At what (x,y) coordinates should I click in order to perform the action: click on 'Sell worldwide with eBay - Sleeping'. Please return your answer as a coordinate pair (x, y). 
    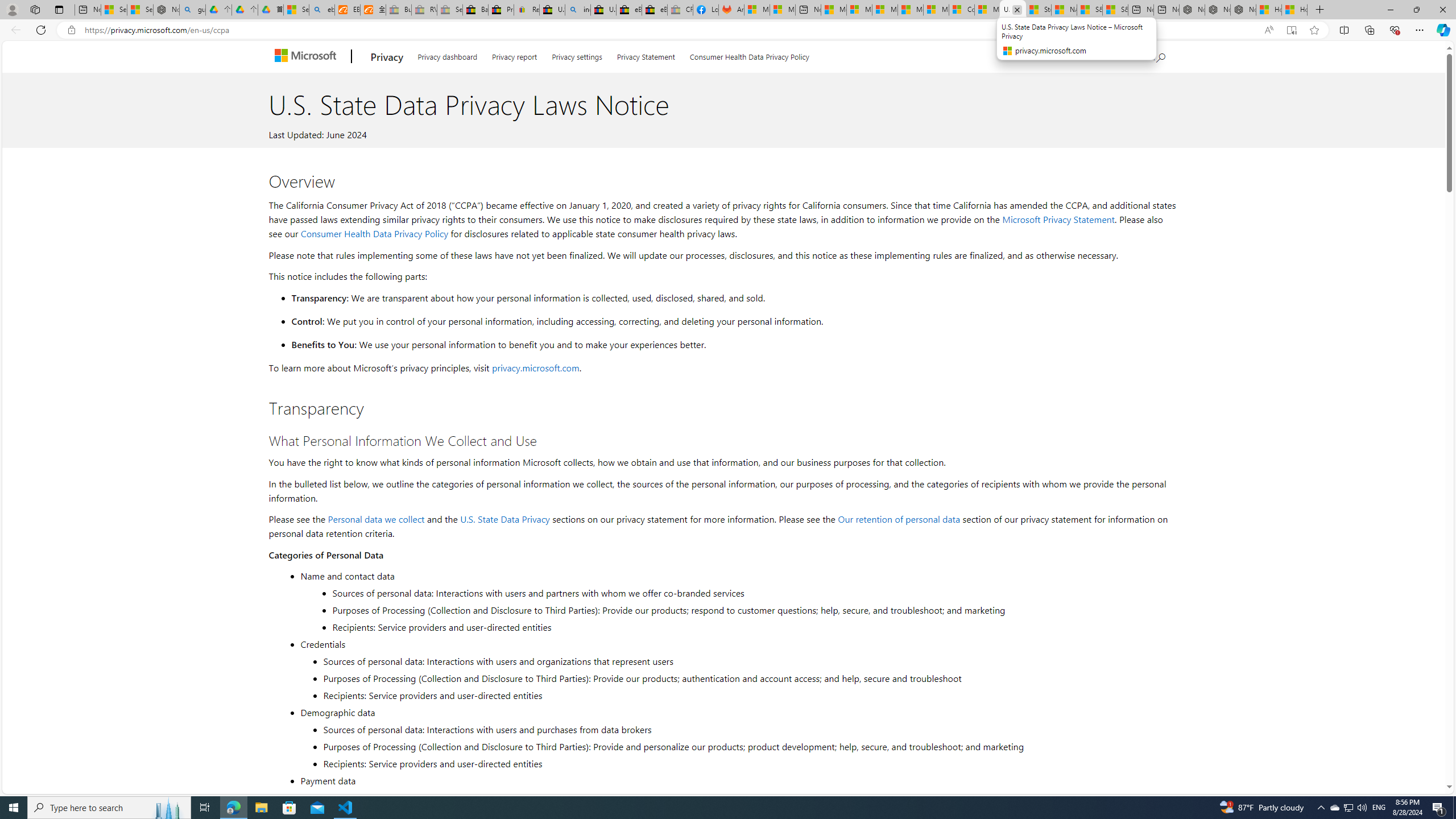
    Looking at the image, I should click on (449, 9).